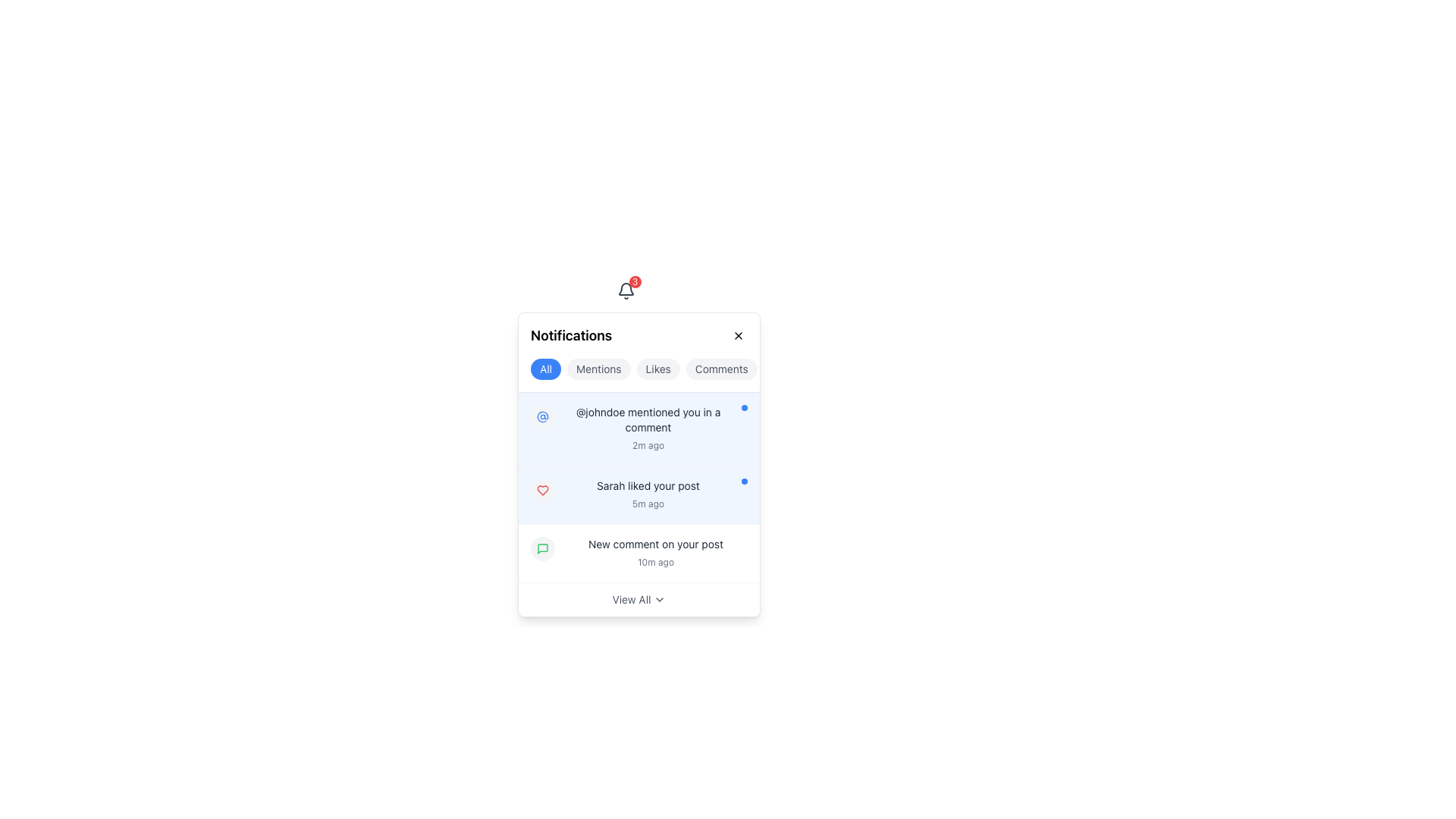 The image size is (1456, 819). Describe the element at coordinates (631, 598) in the screenshot. I see `the first button or link for viewing additional notifications located at the bottom of the notification panel, positioned left of the chevron icon, using keyboard navigation` at that location.